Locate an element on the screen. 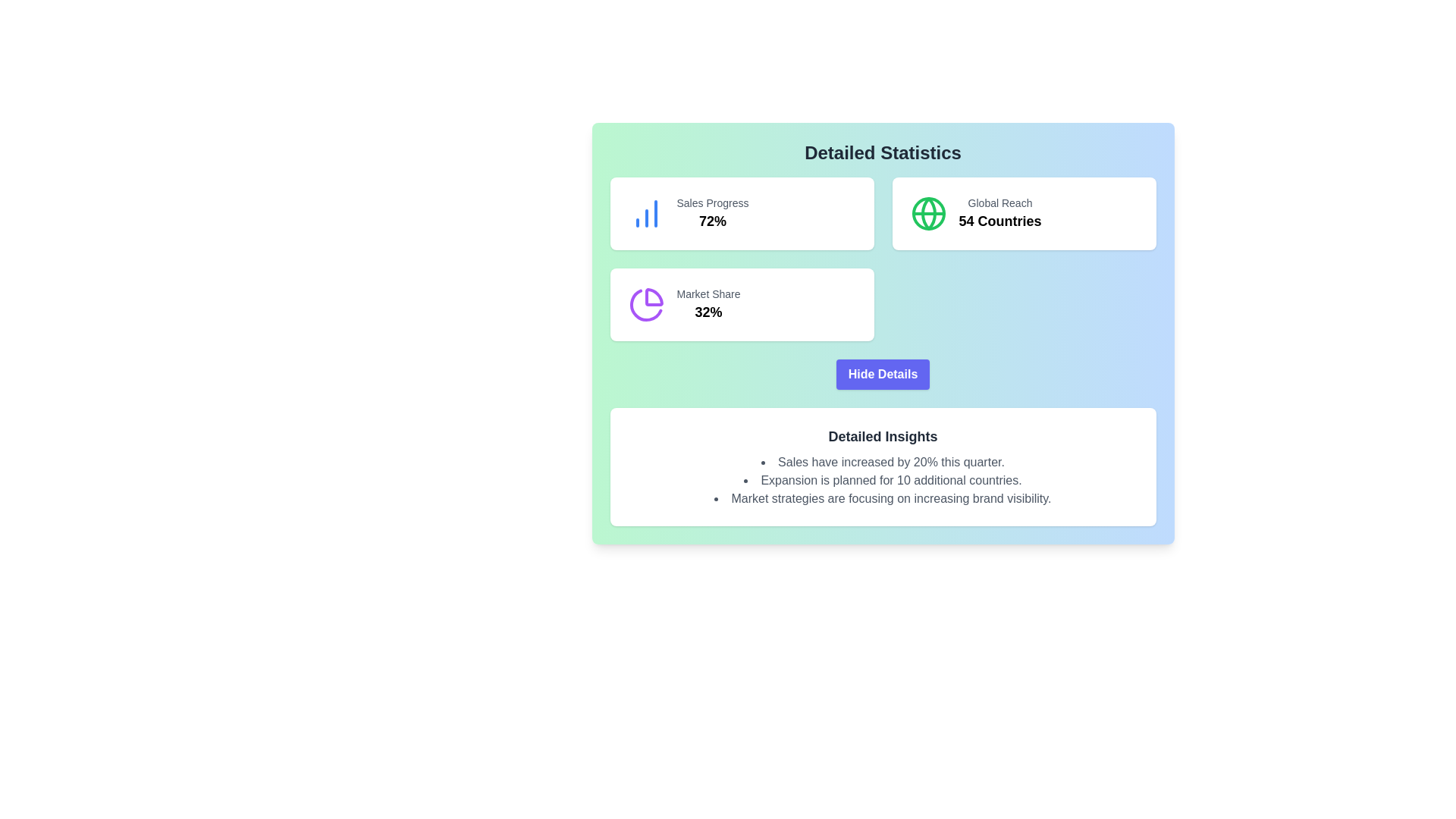  the 'Sales Progress' label element which displays the text in a small grey font, located in the 'Detailed Statistics' section above '72%' is located at coordinates (712, 202).